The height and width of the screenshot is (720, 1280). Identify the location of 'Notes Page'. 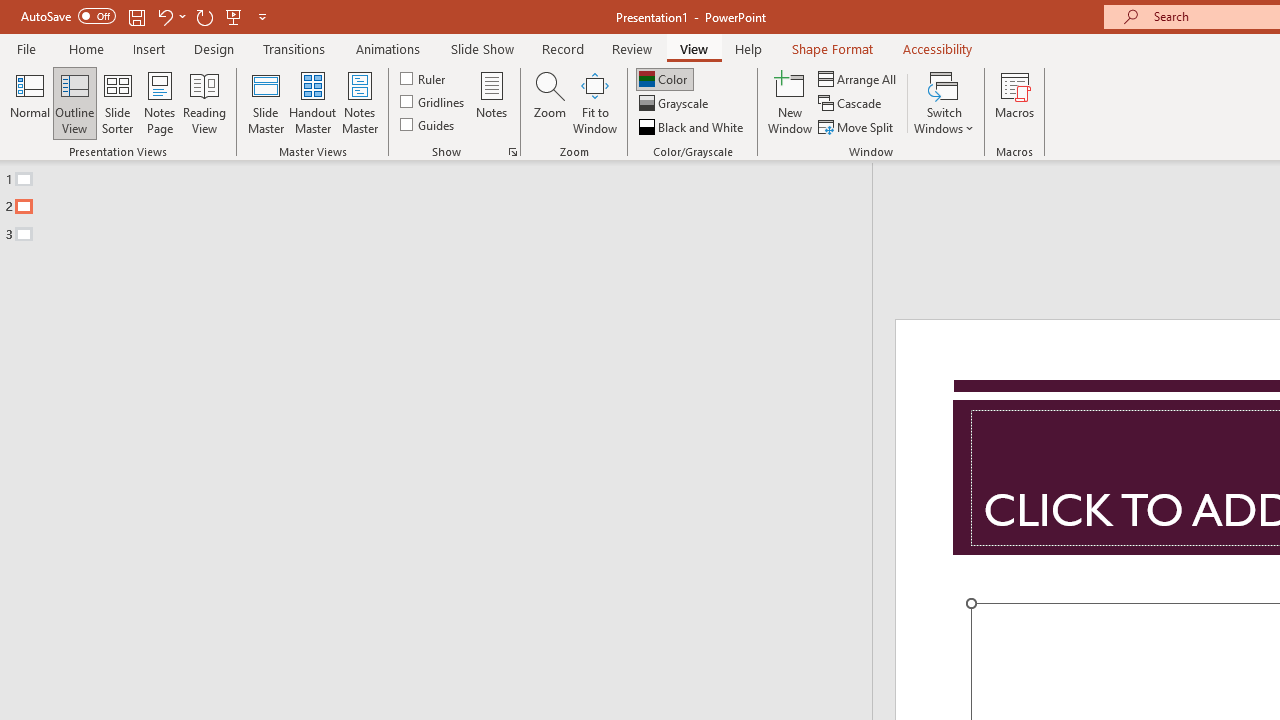
(160, 103).